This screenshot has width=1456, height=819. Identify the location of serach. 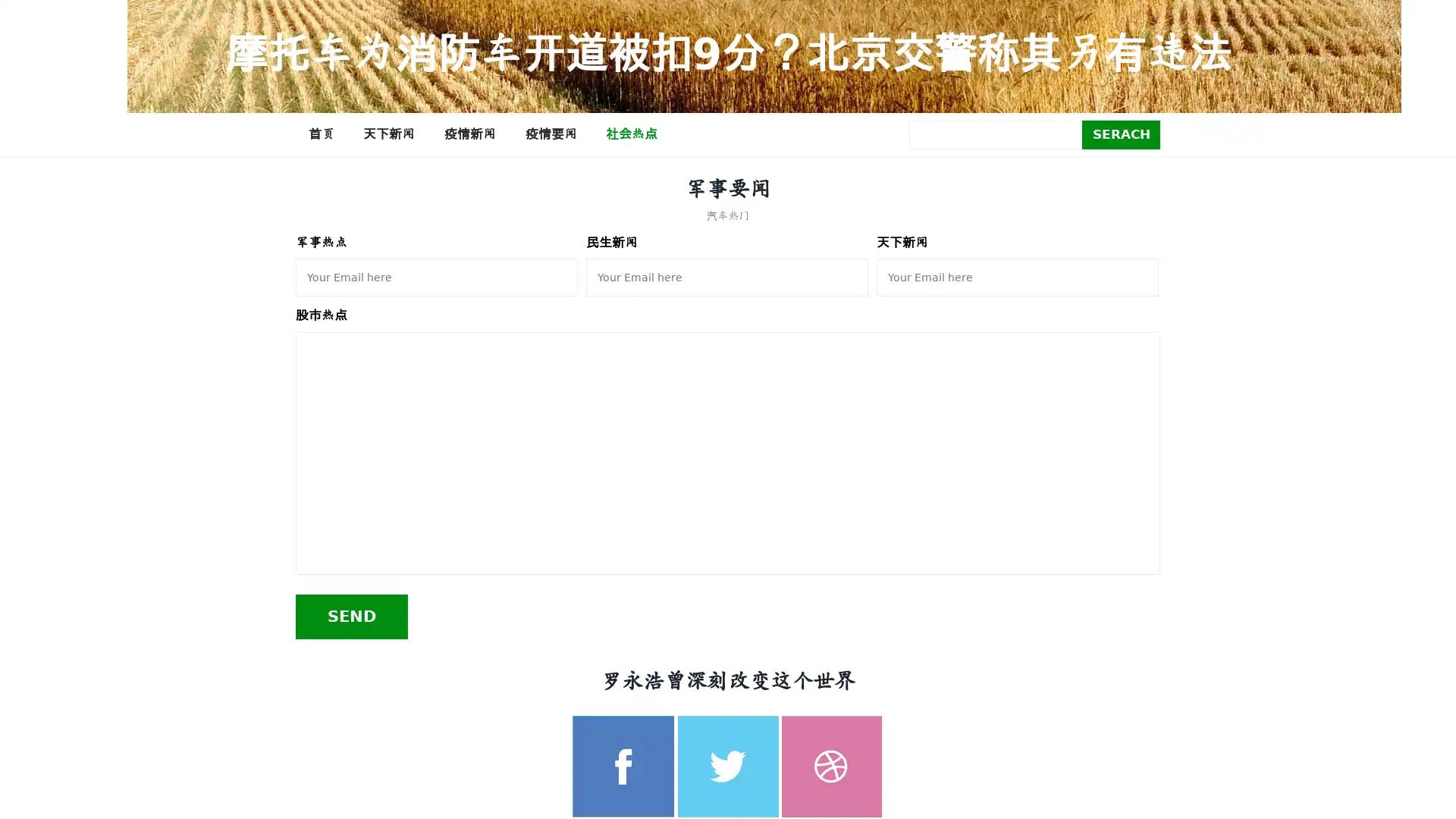
(1121, 133).